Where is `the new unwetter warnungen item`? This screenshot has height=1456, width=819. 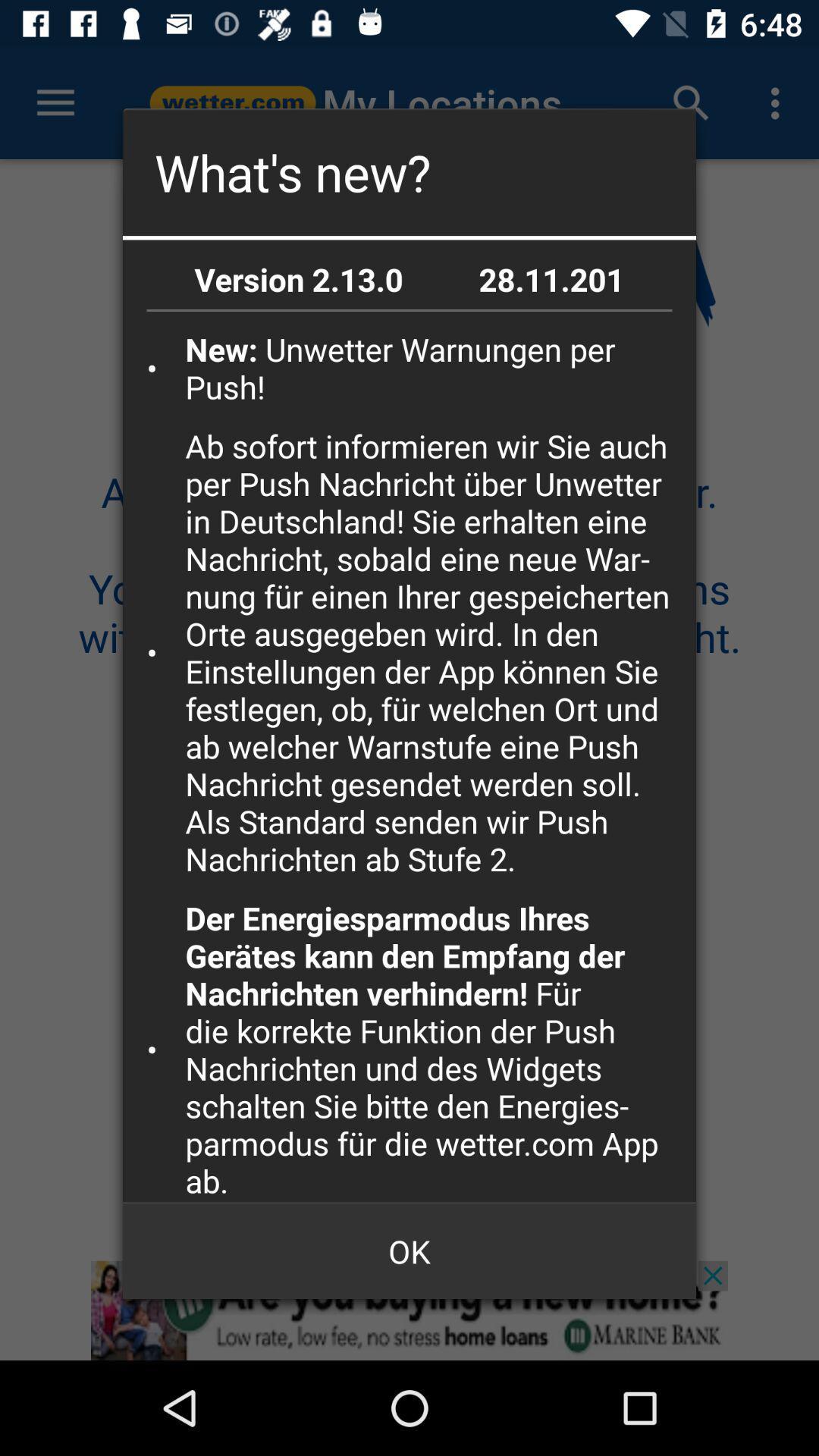
the new unwetter warnungen item is located at coordinates (435, 368).